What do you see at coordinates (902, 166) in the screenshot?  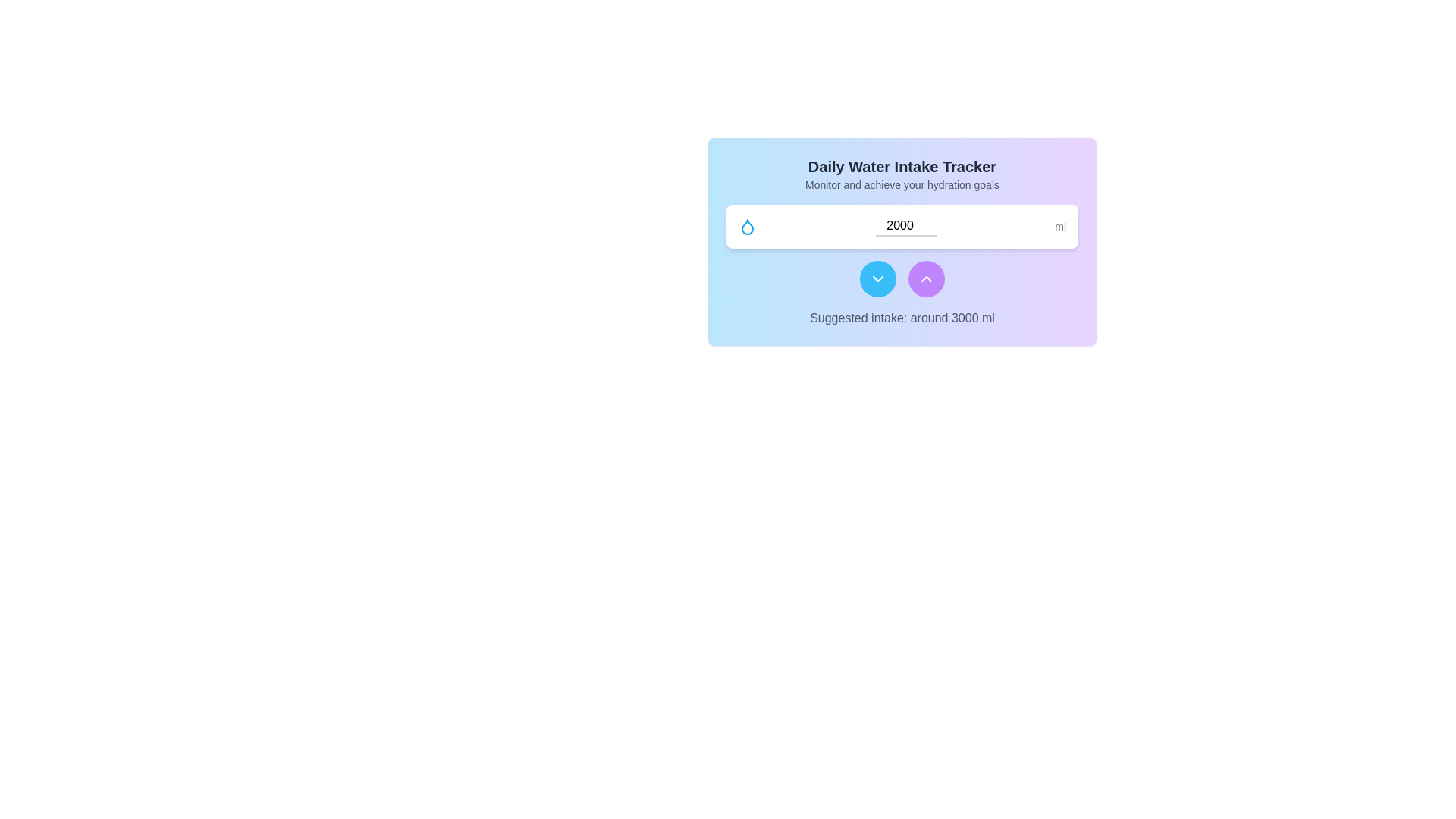 I see `header text indicating the purpose of the section related to tracking daily water intake, which is centrally aligned above the descriptive text` at bounding box center [902, 166].